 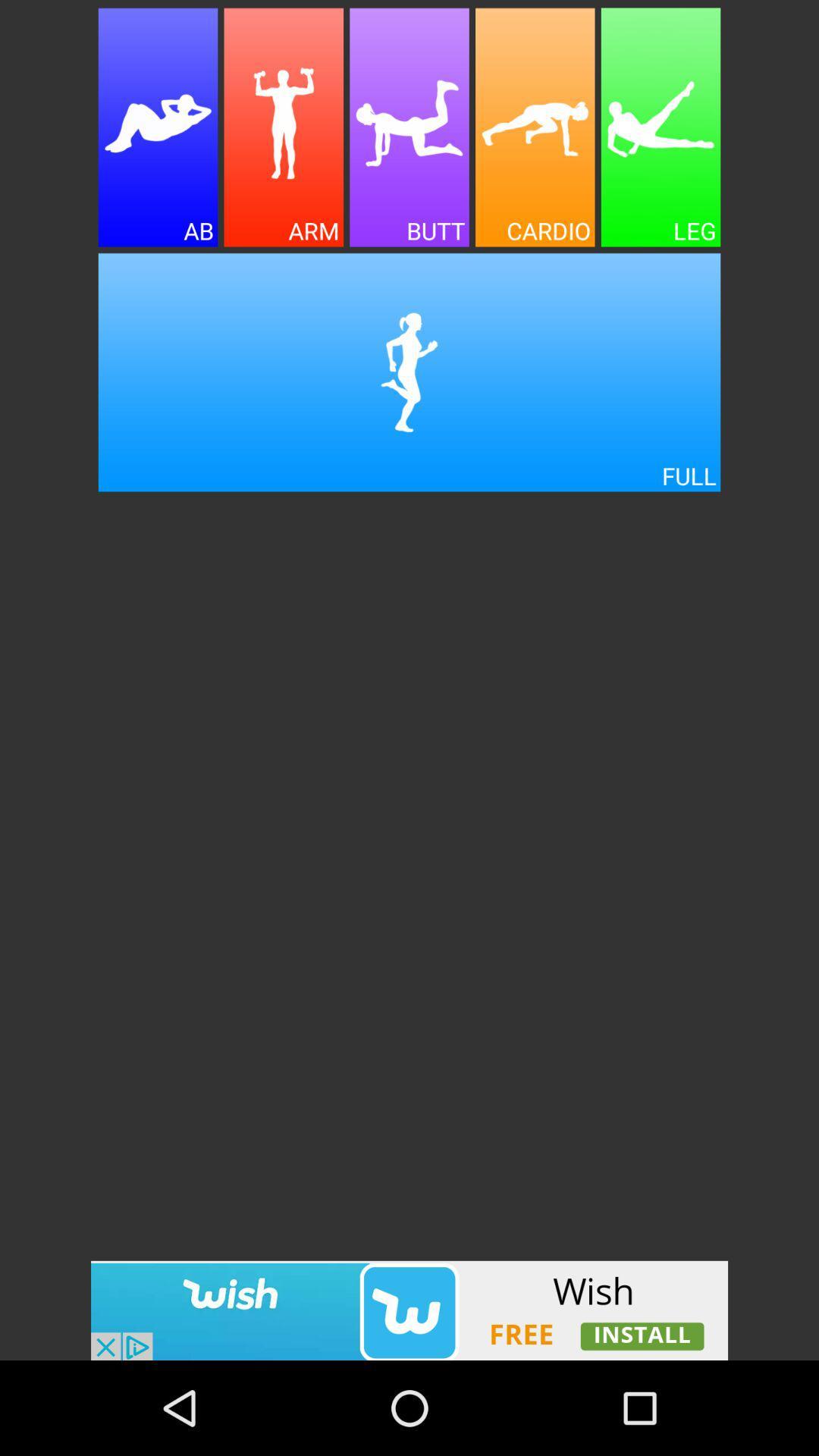 What do you see at coordinates (284, 127) in the screenshot?
I see `share the article` at bounding box center [284, 127].